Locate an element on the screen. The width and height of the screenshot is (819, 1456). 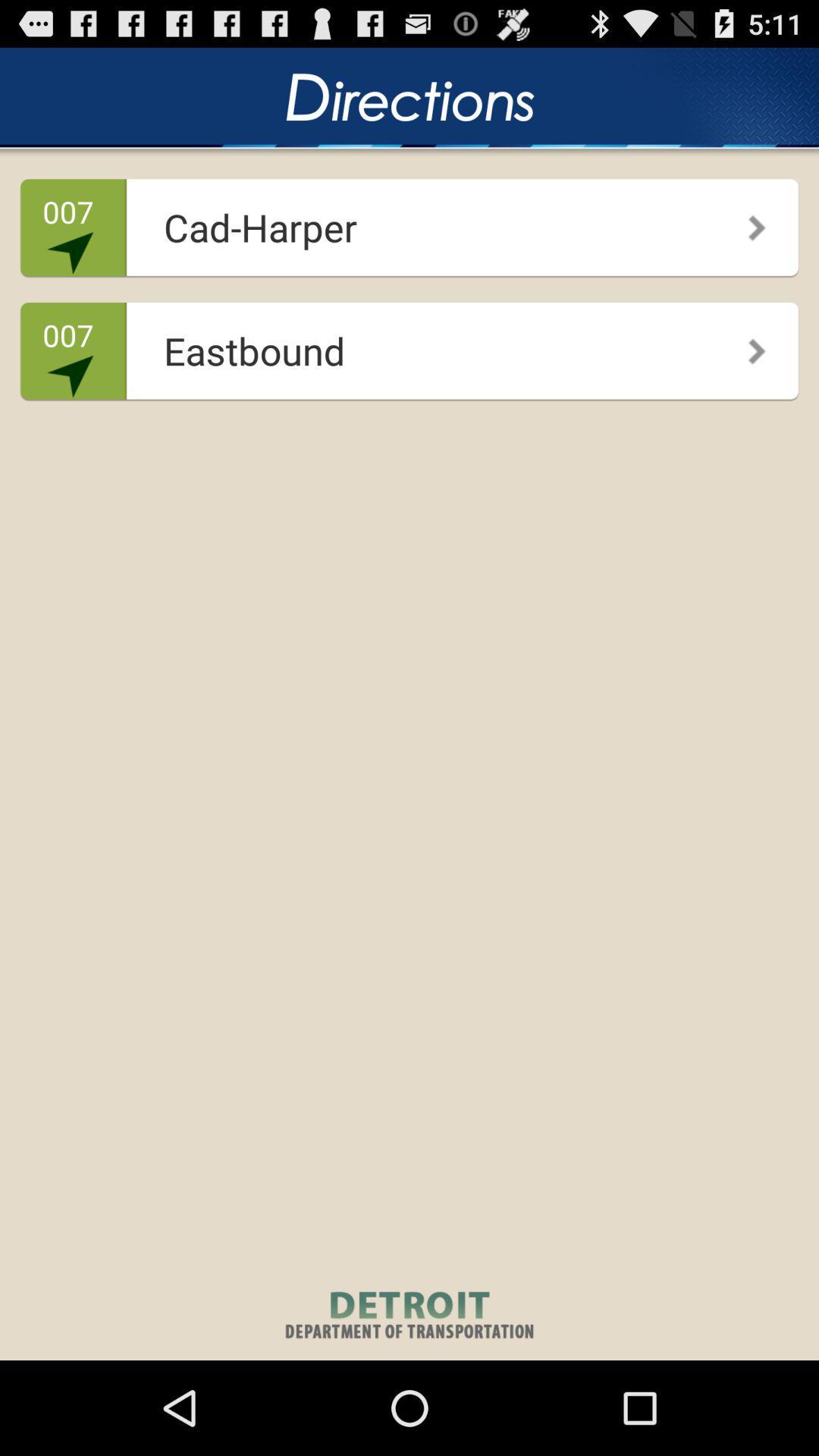
the icon to the right of eastbound app is located at coordinates (745, 345).